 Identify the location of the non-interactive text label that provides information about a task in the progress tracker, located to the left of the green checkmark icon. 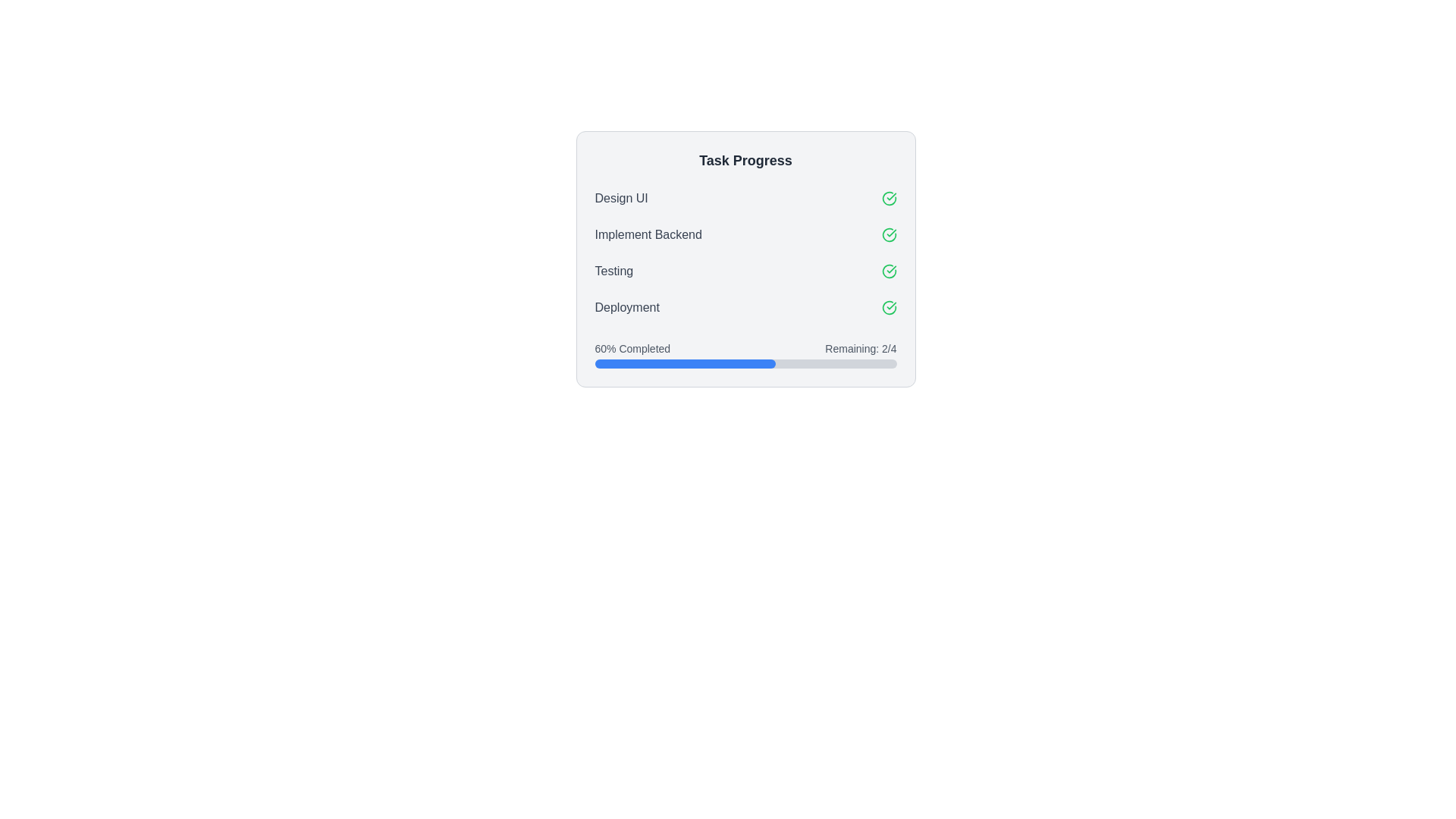
(613, 271).